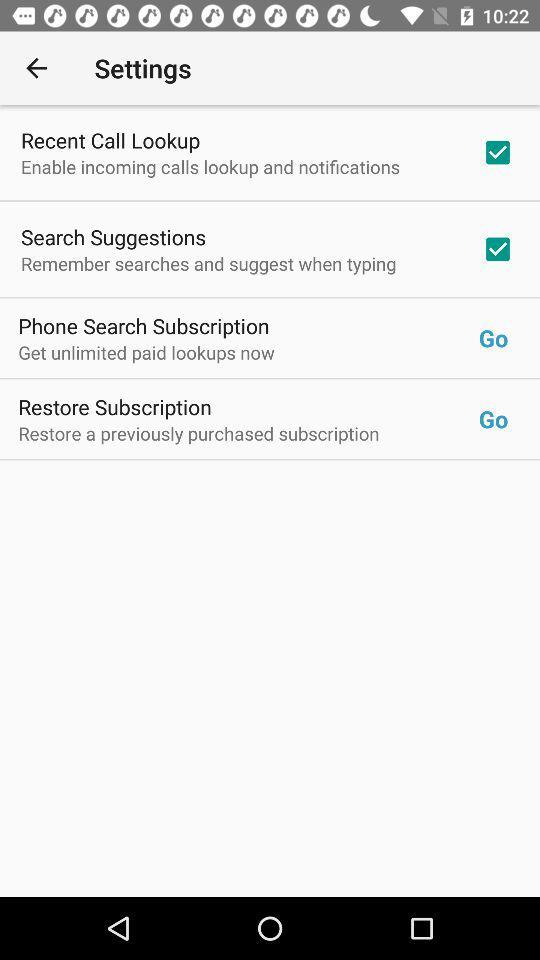 The image size is (540, 960). Describe the element at coordinates (113, 237) in the screenshot. I see `icon below the enable incoming calls icon` at that location.